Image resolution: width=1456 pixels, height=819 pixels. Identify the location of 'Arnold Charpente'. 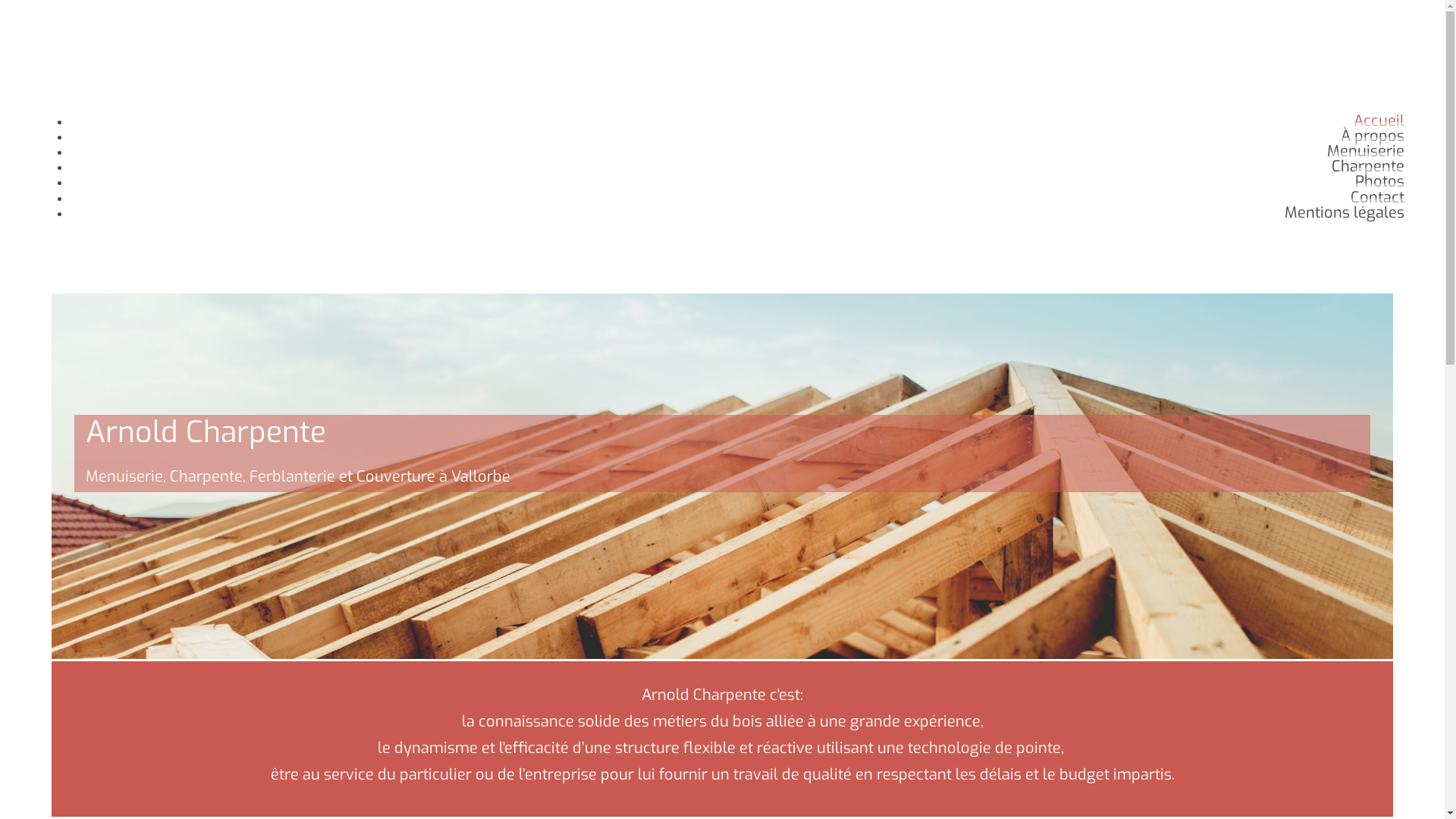
(96, 90).